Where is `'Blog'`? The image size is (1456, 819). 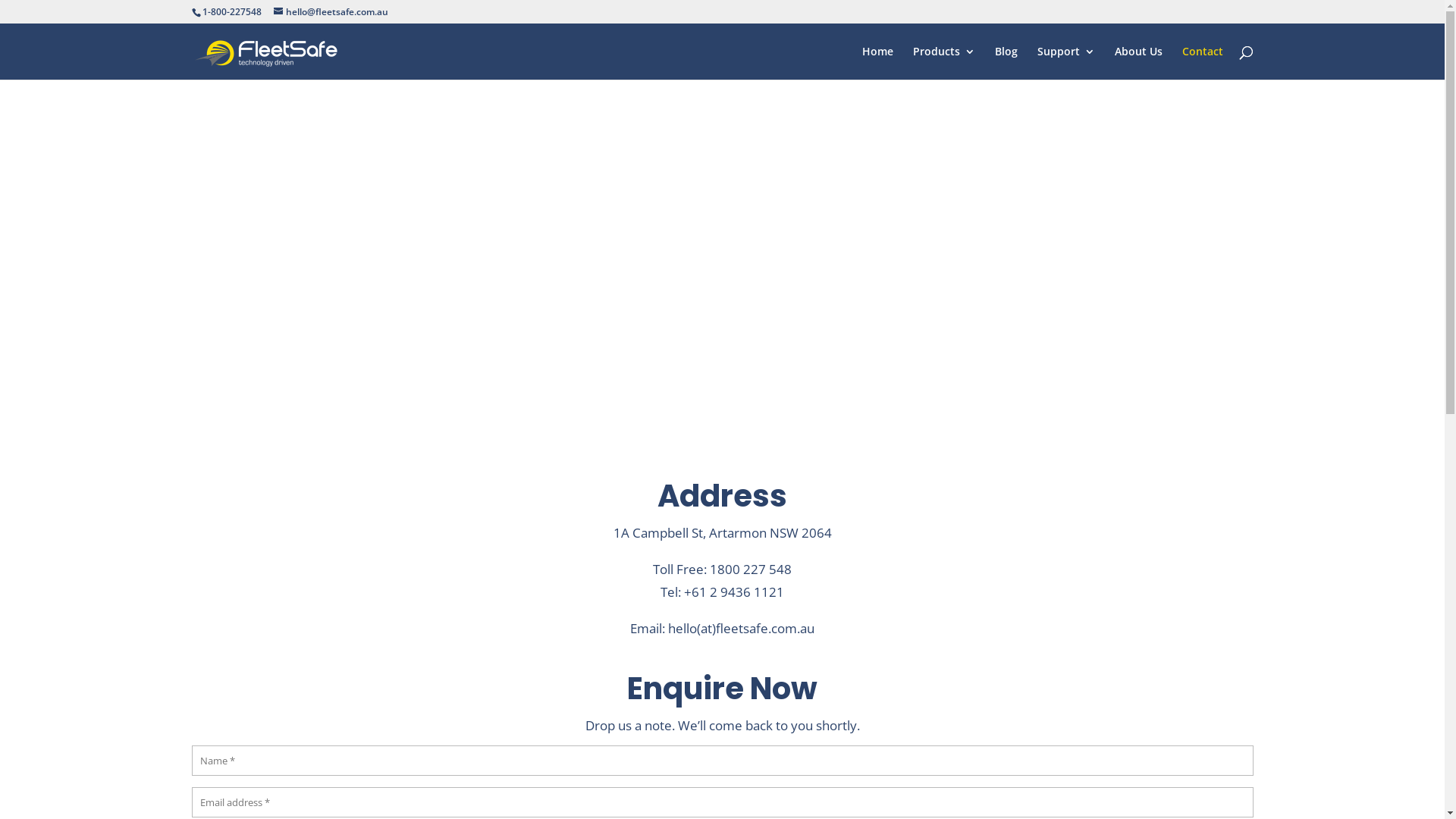
'Blog' is located at coordinates (1006, 62).